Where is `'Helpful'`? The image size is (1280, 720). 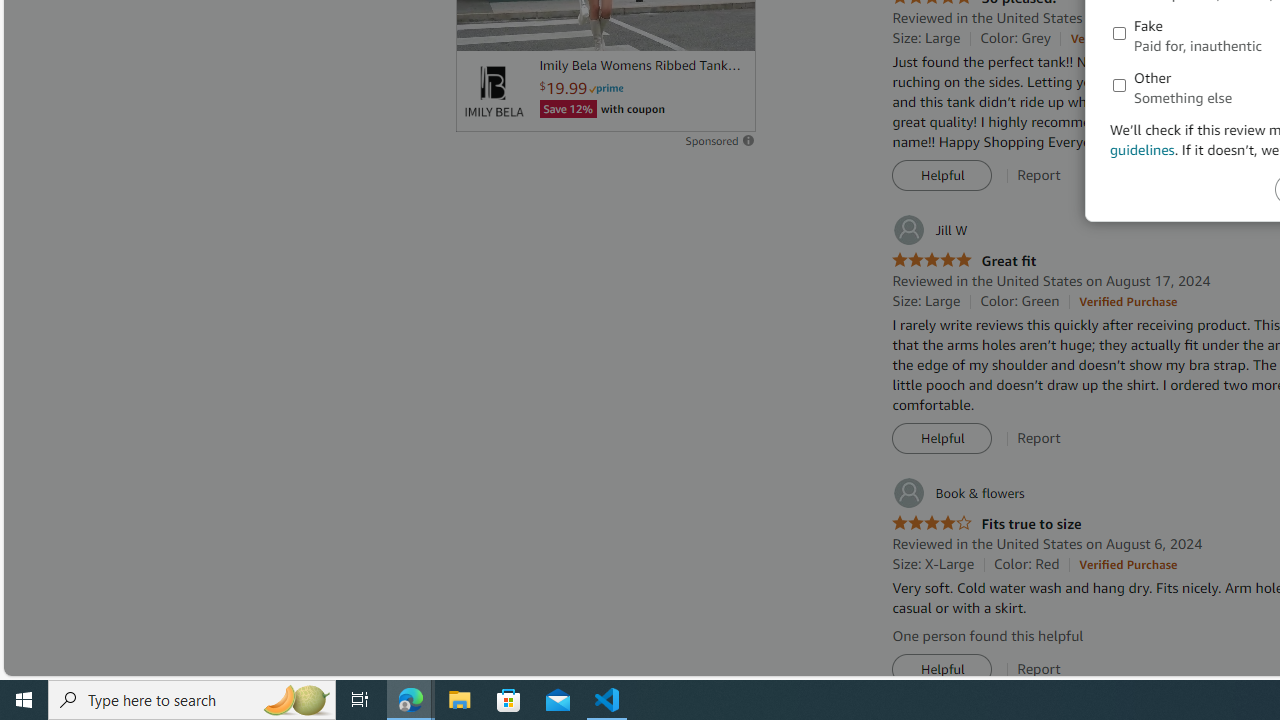
'Helpful' is located at coordinates (941, 669).